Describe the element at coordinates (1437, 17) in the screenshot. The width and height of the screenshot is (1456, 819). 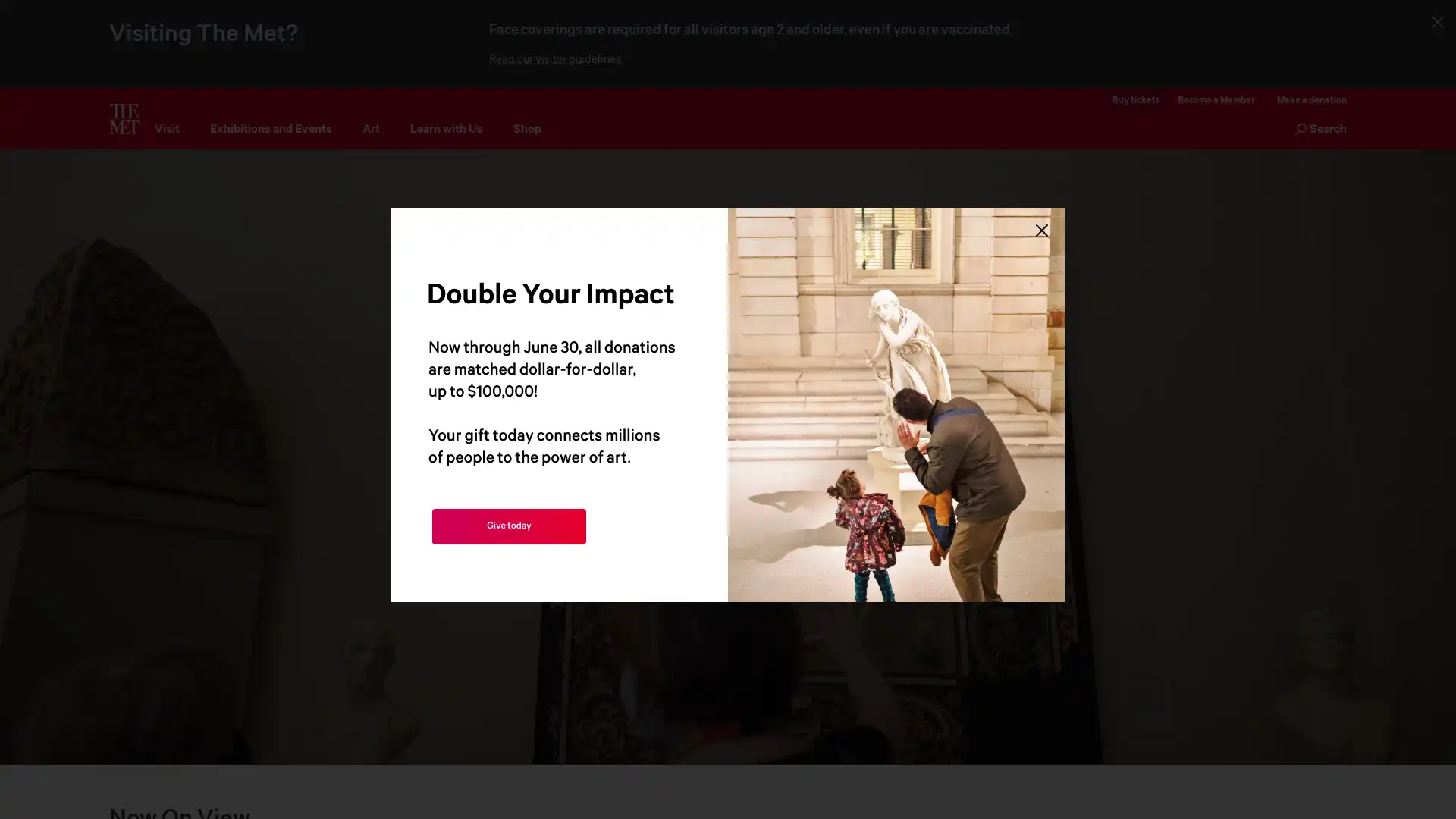
I see `Close` at that location.